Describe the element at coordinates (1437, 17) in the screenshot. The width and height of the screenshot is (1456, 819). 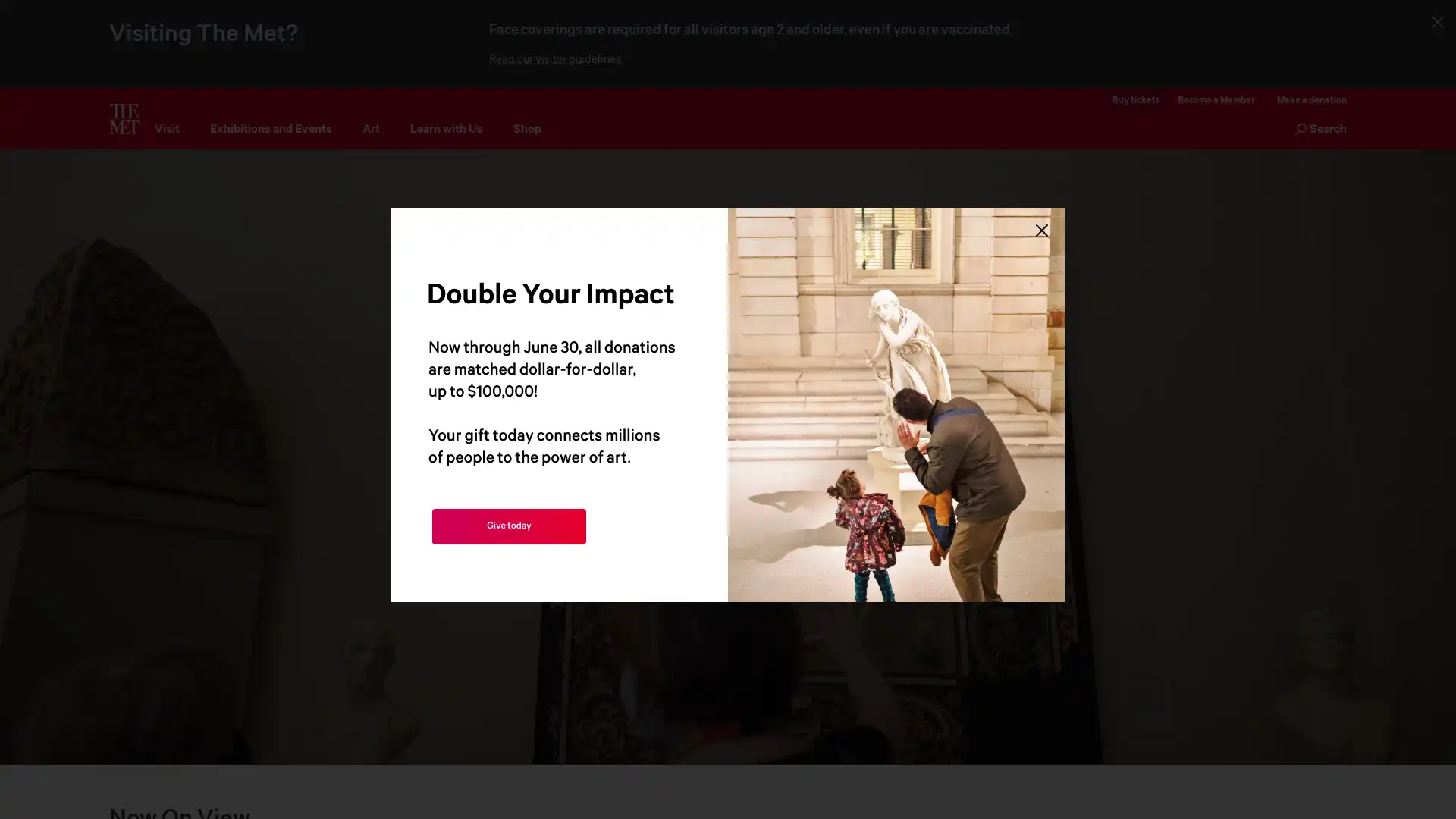
I see `Close` at that location.